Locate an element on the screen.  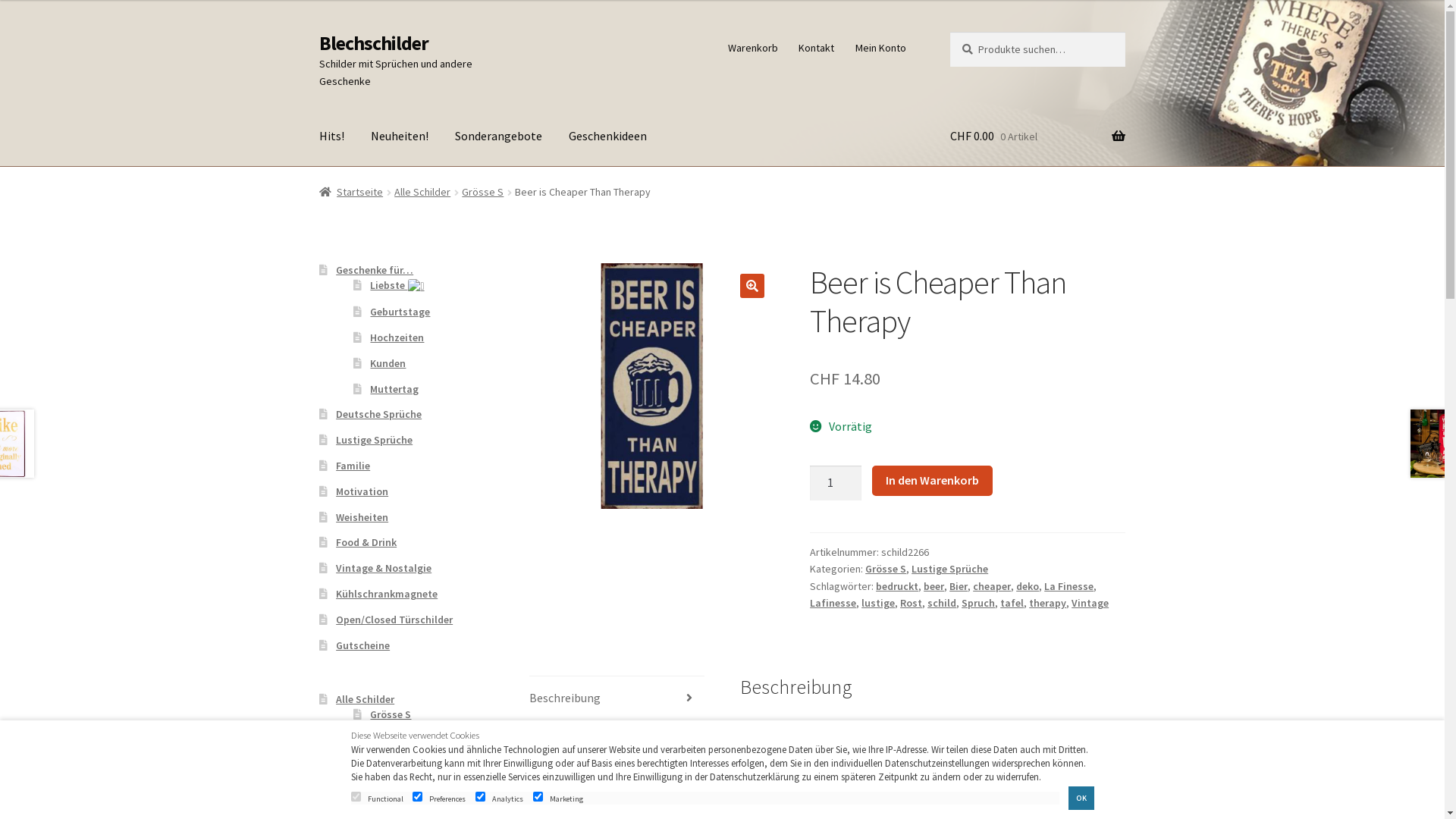
'therapy' is located at coordinates (1046, 601).